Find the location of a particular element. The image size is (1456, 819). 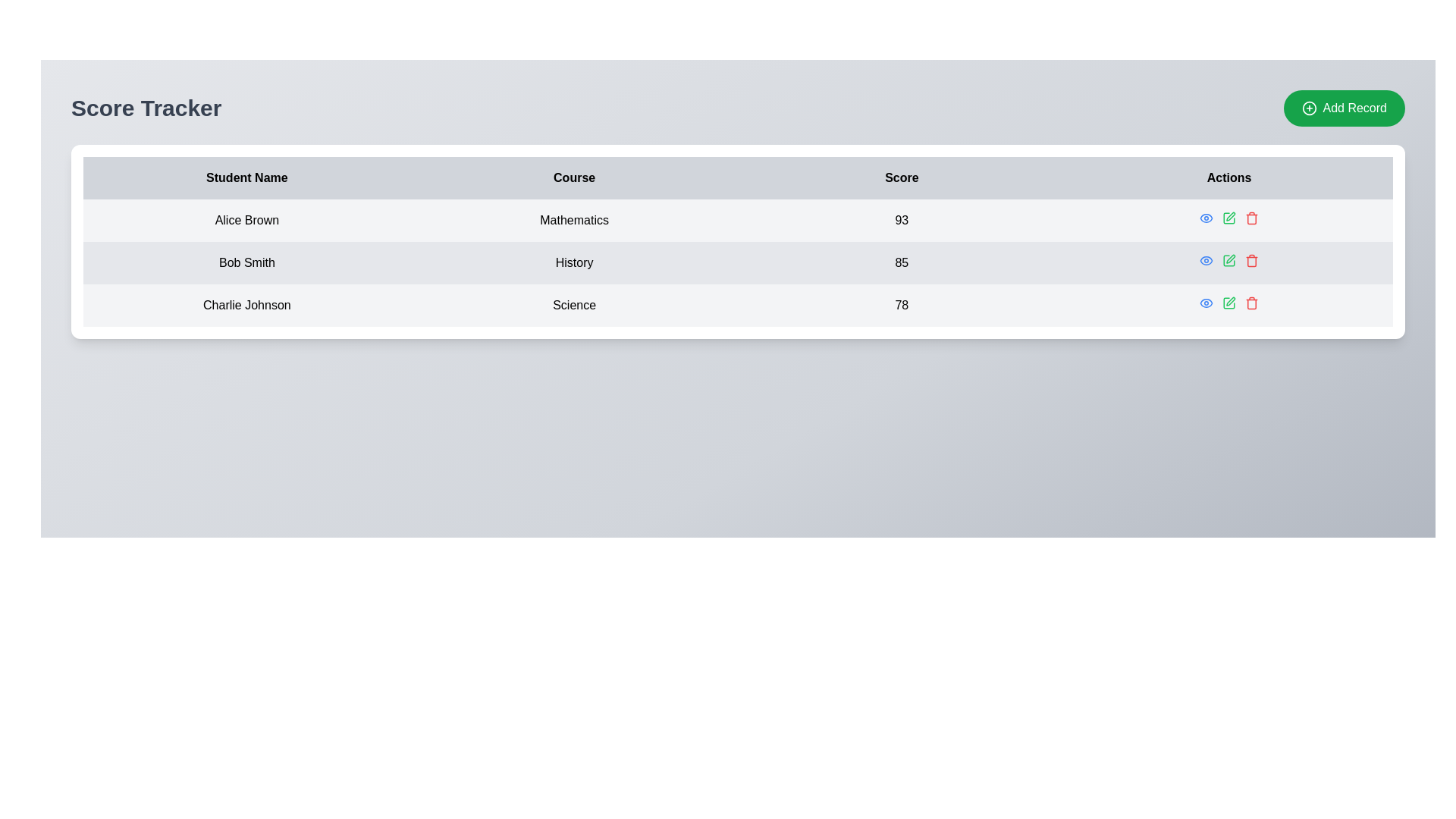

the interactive action icons in the 'Actions' column of the table row for 'Alice Brown' is located at coordinates (1229, 218).